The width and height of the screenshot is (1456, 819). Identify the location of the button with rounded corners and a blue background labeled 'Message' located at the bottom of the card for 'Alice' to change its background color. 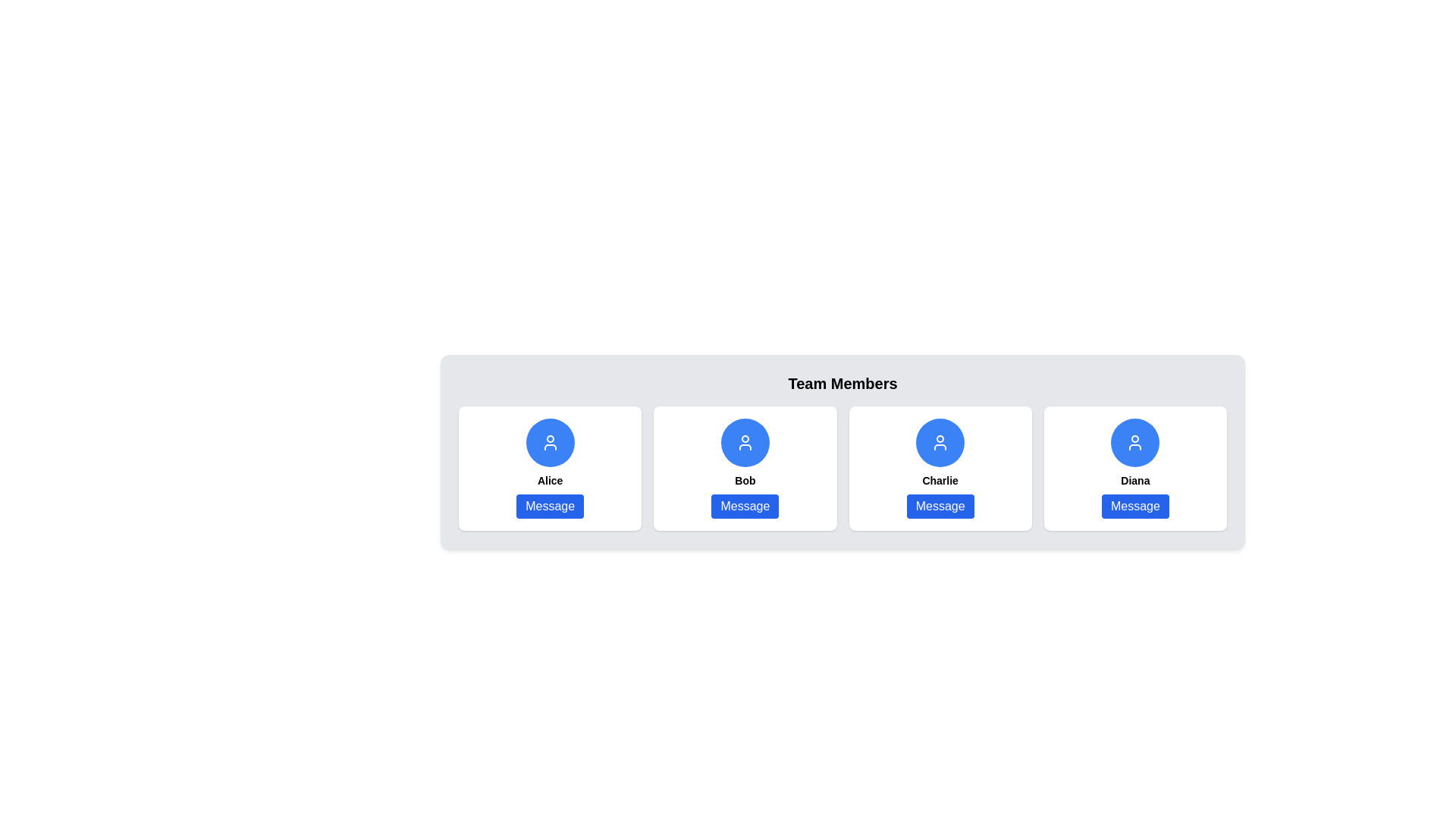
(549, 506).